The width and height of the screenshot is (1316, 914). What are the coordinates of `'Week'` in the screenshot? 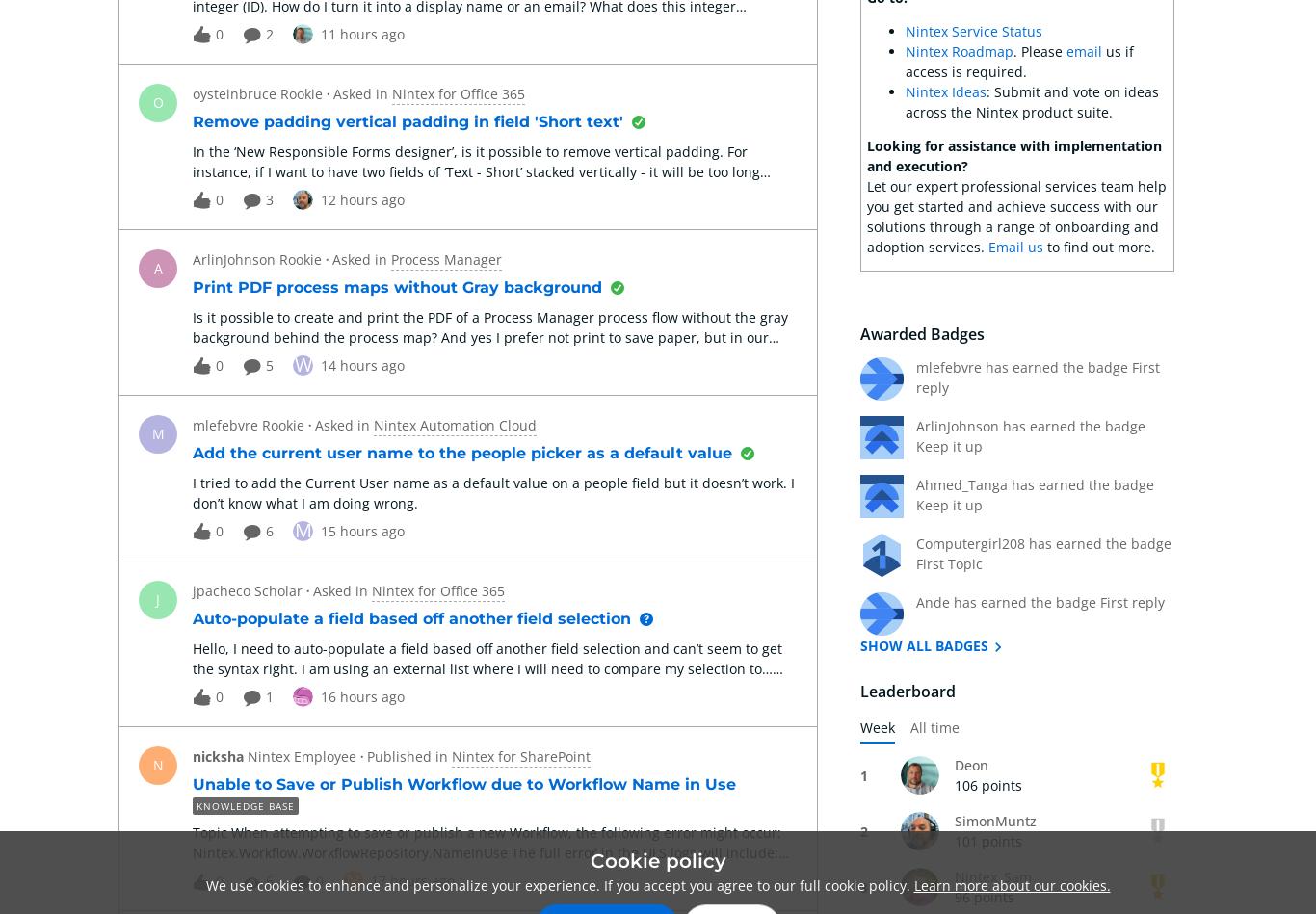 It's located at (876, 727).